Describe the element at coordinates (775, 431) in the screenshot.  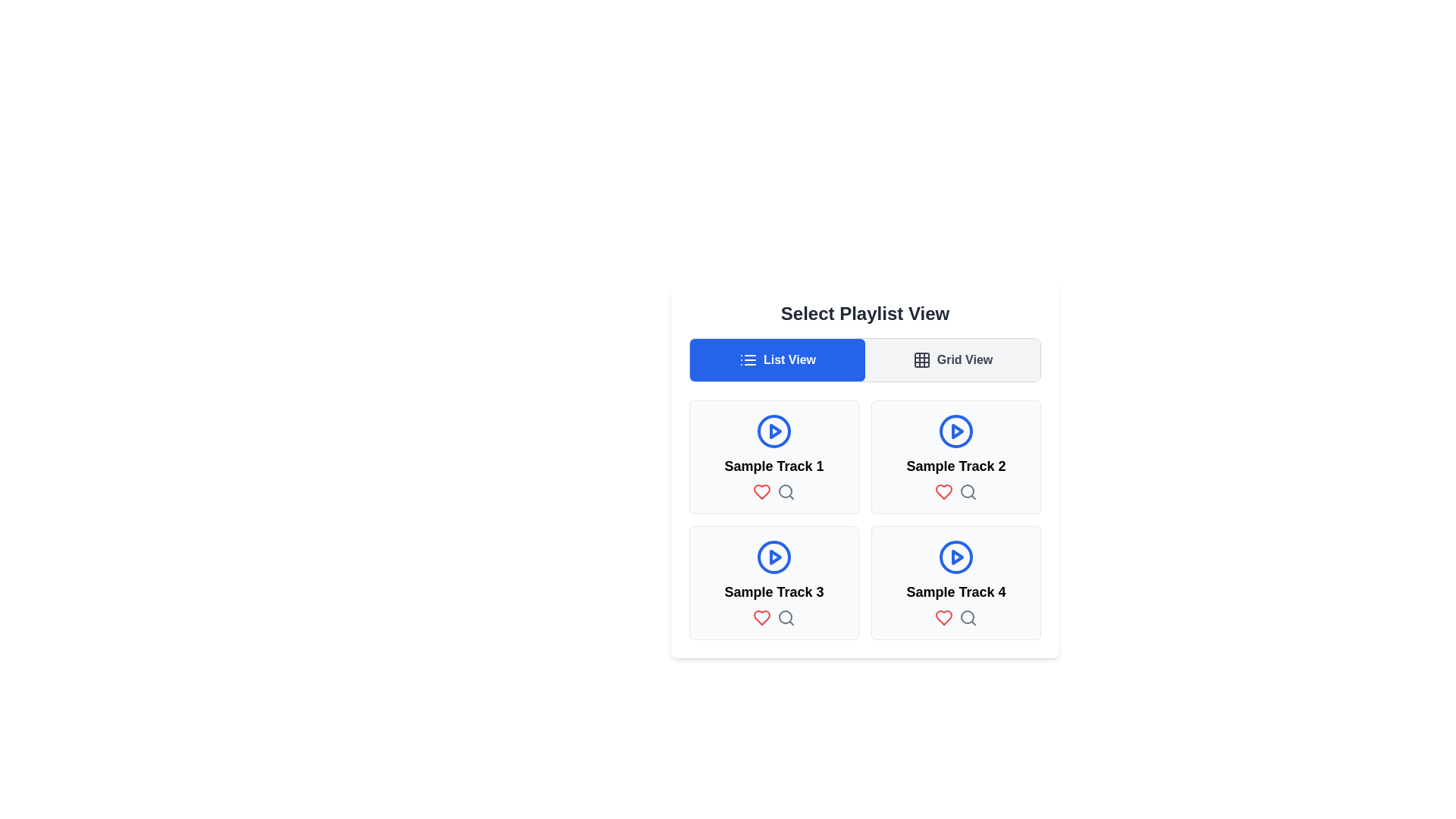
I see `the blue triangle 'play' button icon located inside a circular icon with a blue border` at that location.